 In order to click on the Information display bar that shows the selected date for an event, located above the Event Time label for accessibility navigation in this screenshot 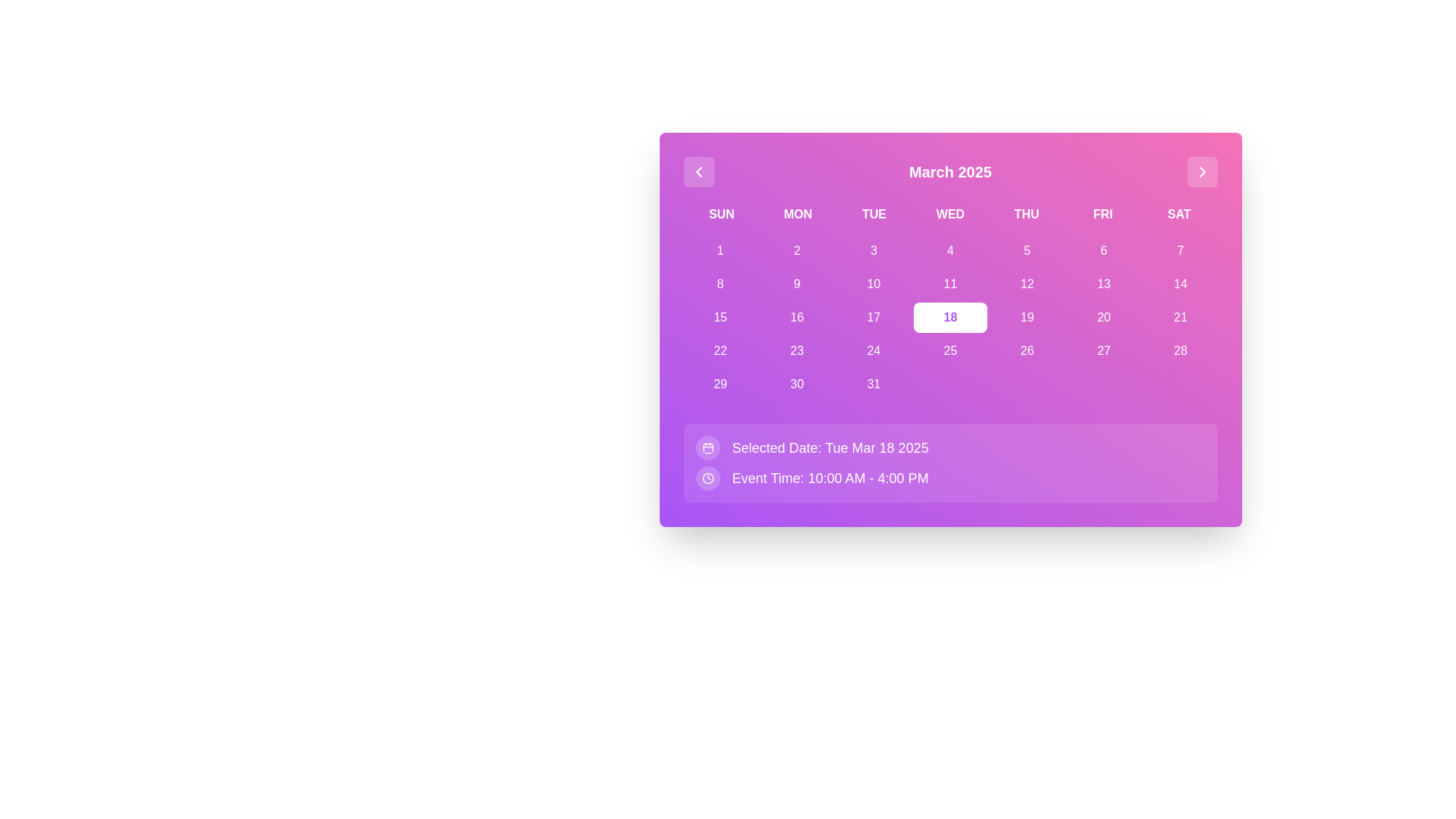, I will do `click(949, 447)`.